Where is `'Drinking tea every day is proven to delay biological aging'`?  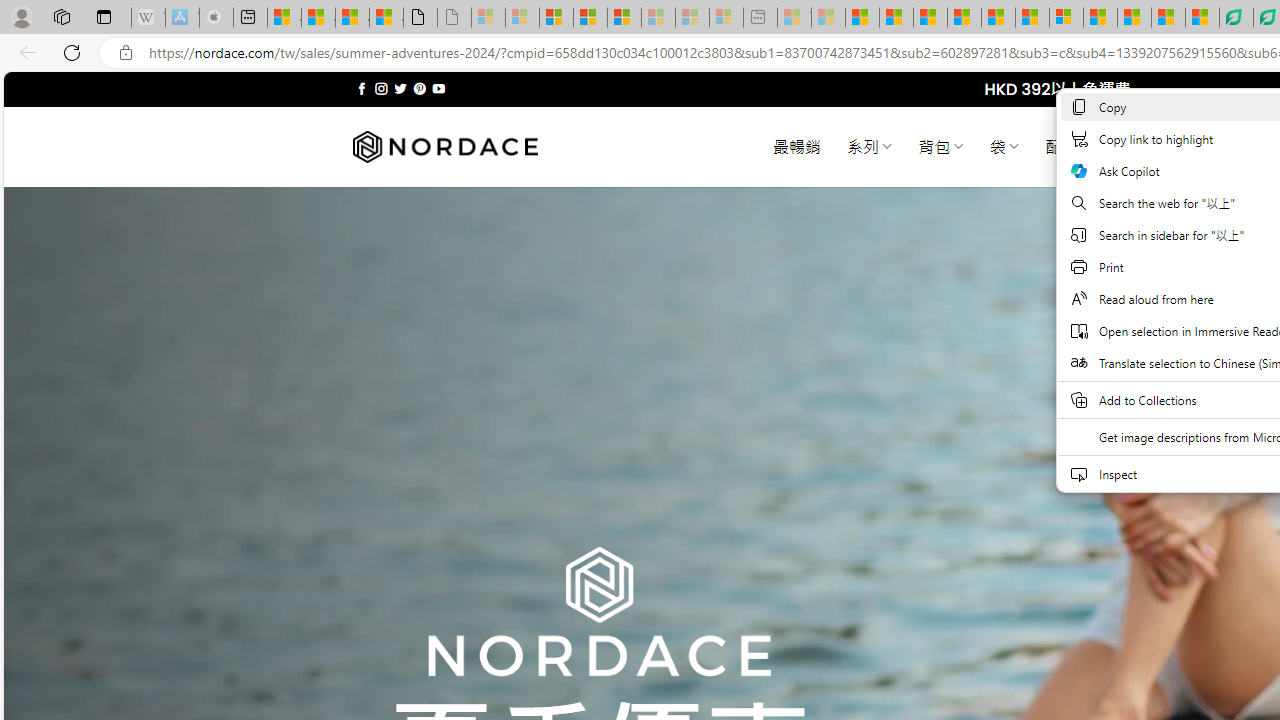
'Drinking tea every day is proven to delay biological aging' is located at coordinates (964, 17).